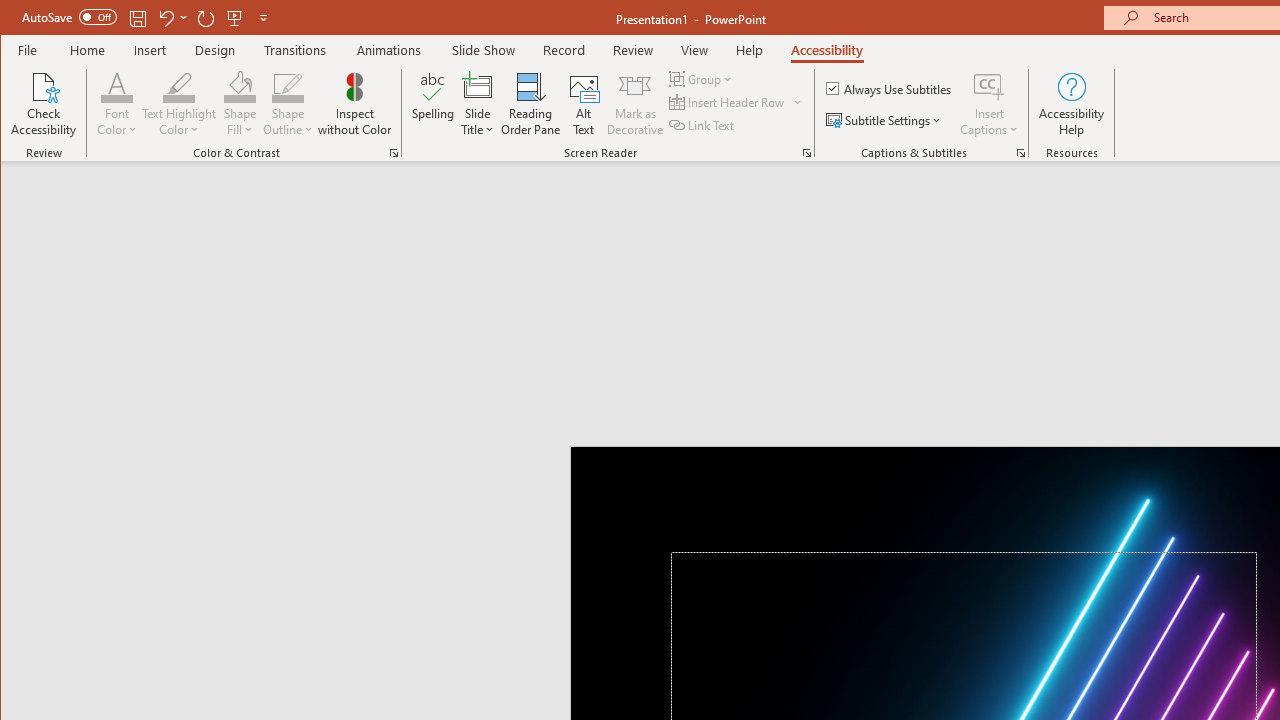 The width and height of the screenshot is (1280, 720). What do you see at coordinates (807, 152) in the screenshot?
I see `'Screen Reader'` at bounding box center [807, 152].